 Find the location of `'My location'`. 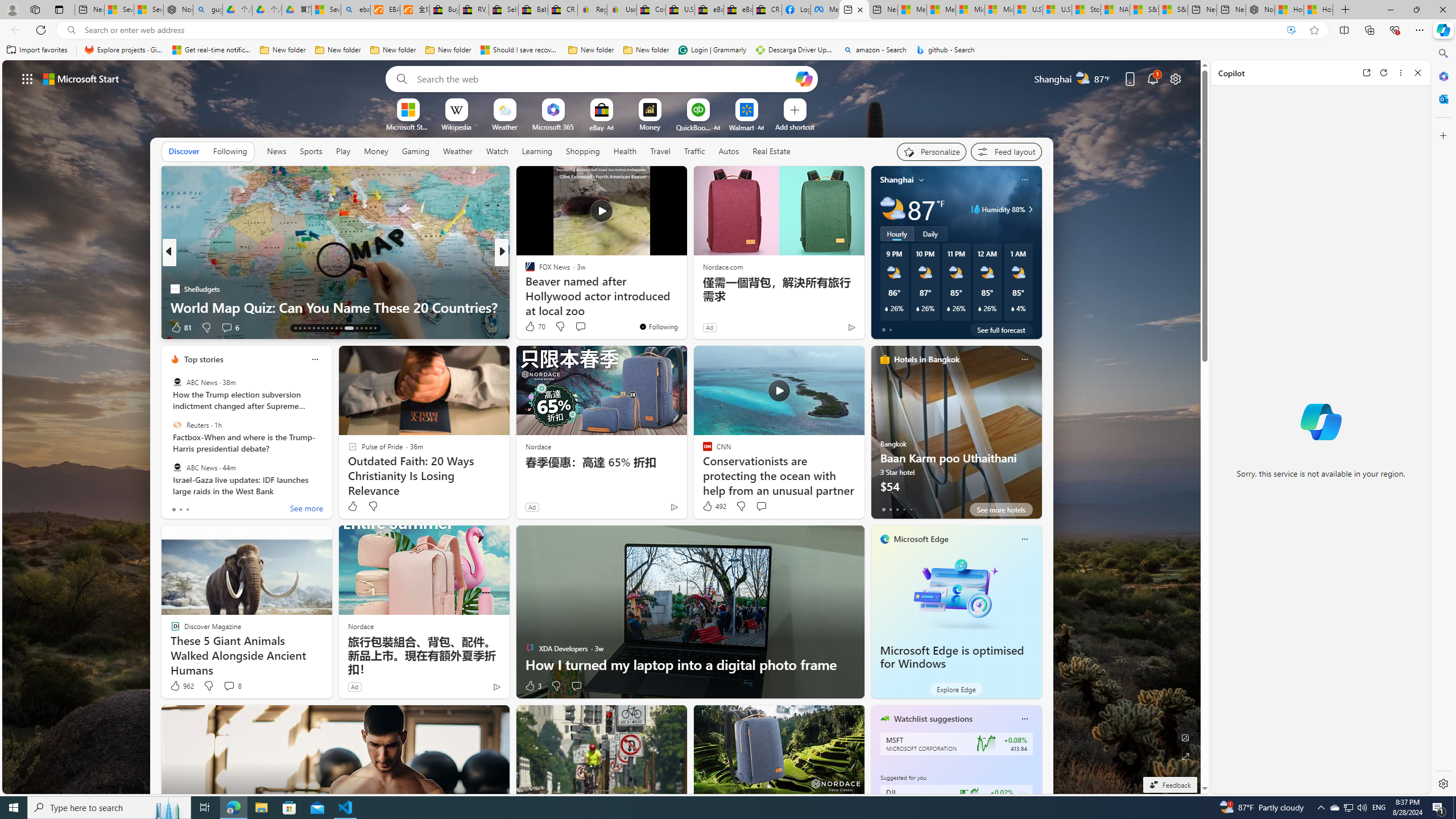

'My location' is located at coordinates (921, 179).